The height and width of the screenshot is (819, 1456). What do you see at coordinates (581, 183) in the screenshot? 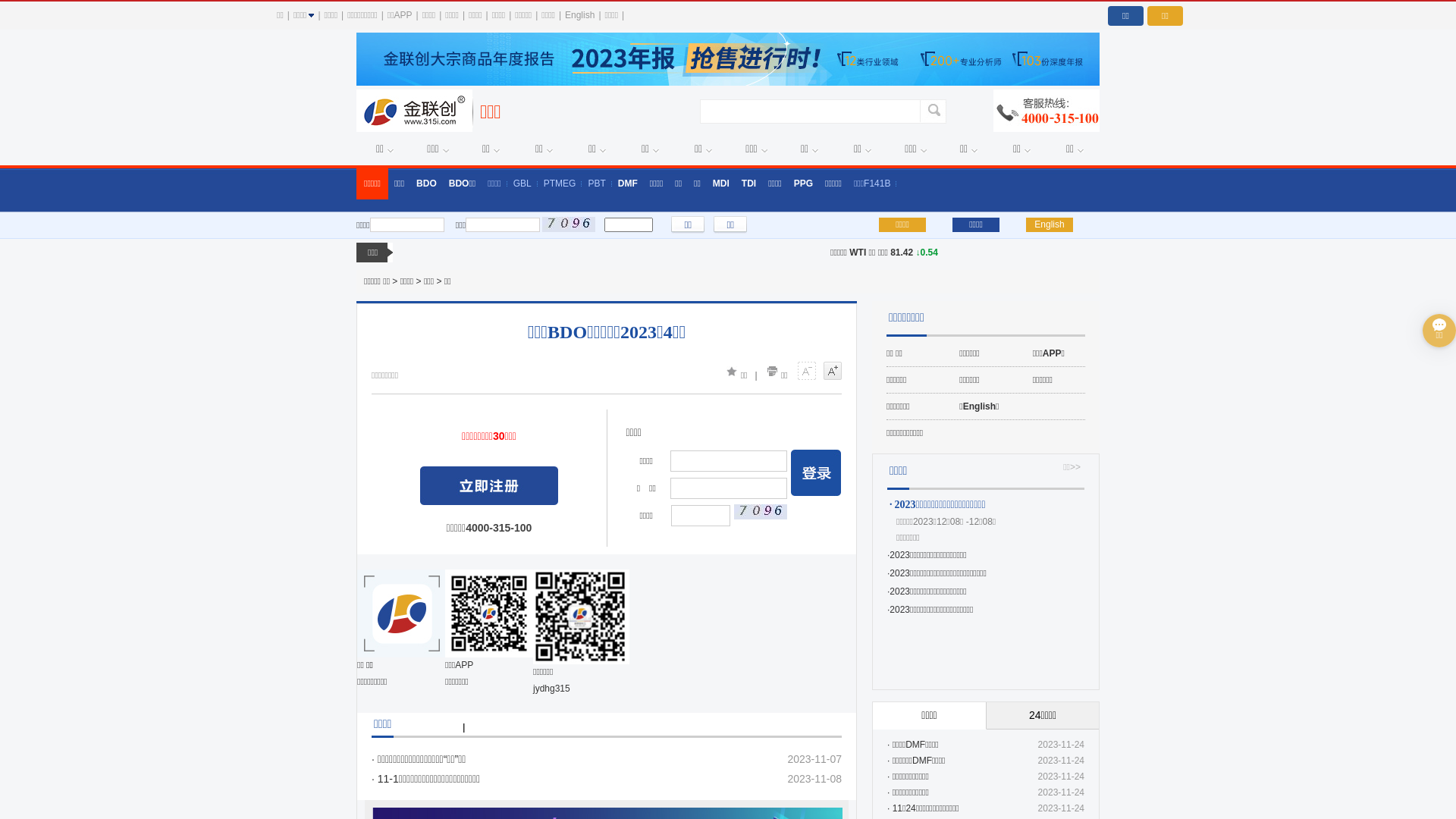
I see `'PBT'` at bounding box center [581, 183].